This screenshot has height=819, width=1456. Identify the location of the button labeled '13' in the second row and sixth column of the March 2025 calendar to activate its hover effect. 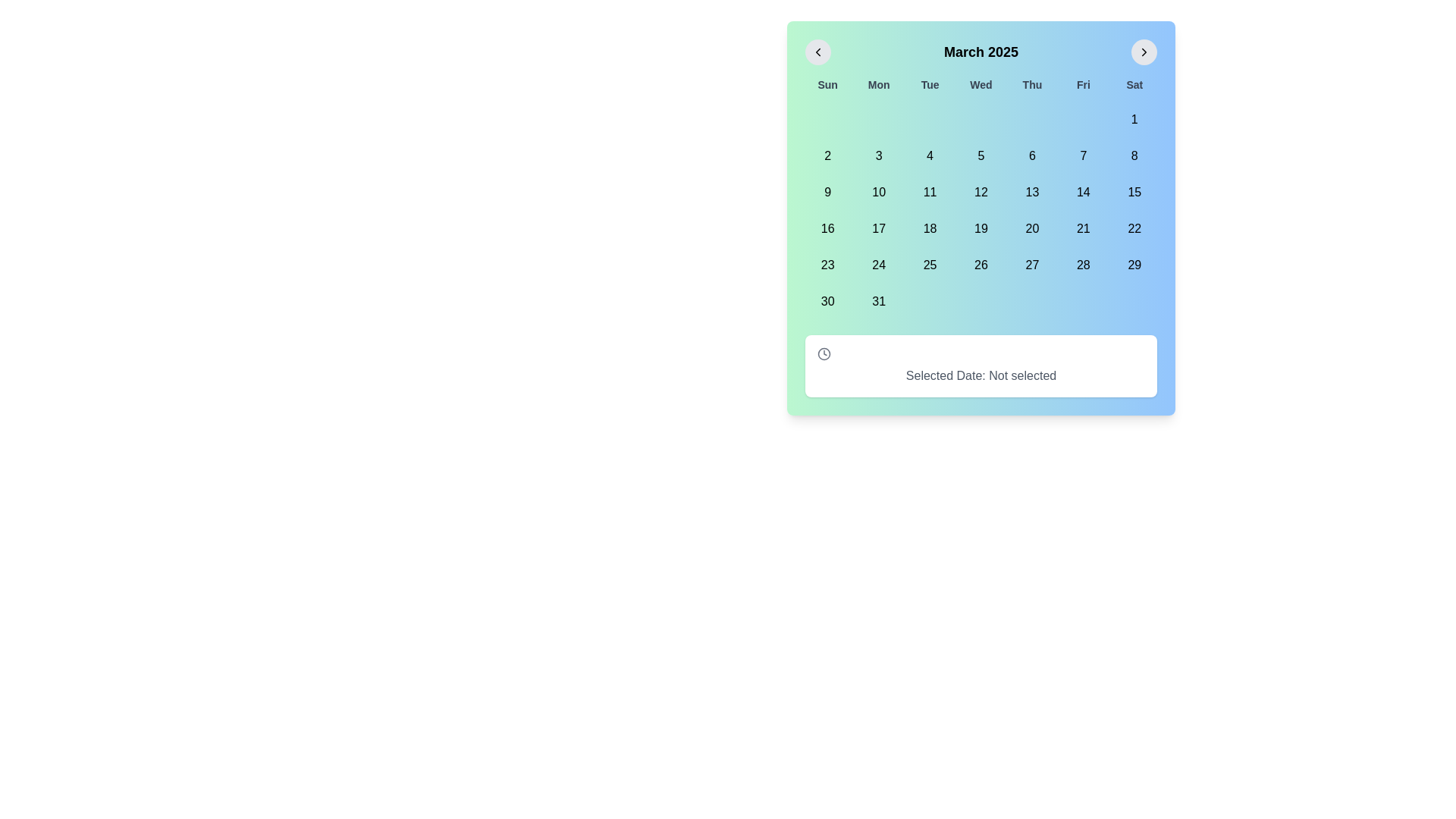
(1031, 192).